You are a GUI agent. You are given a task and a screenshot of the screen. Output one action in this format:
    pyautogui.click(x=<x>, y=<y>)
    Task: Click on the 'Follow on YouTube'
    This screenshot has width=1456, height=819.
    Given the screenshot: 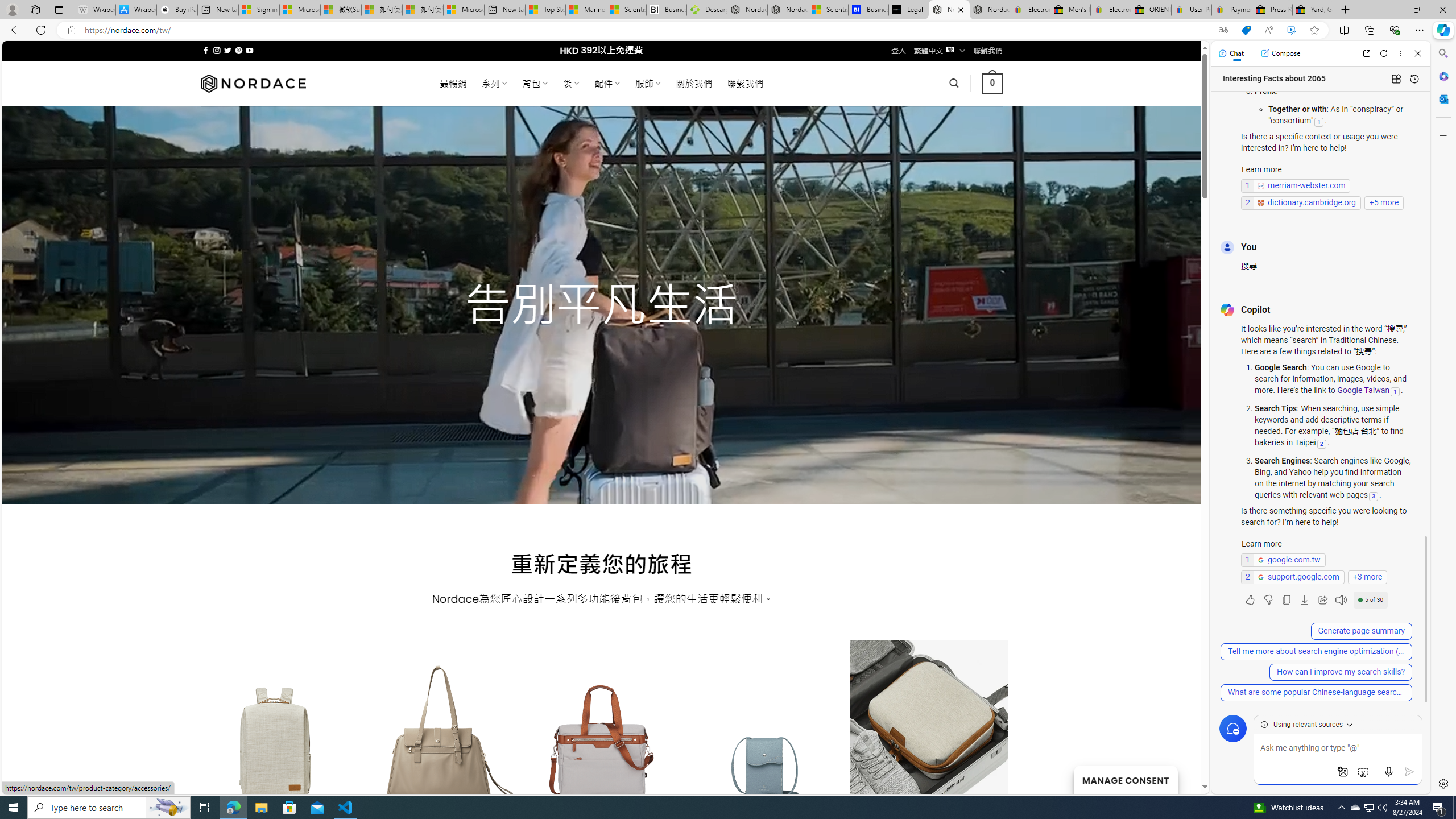 What is the action you would take?
    pyautogui.click(x=250, y=50)
    